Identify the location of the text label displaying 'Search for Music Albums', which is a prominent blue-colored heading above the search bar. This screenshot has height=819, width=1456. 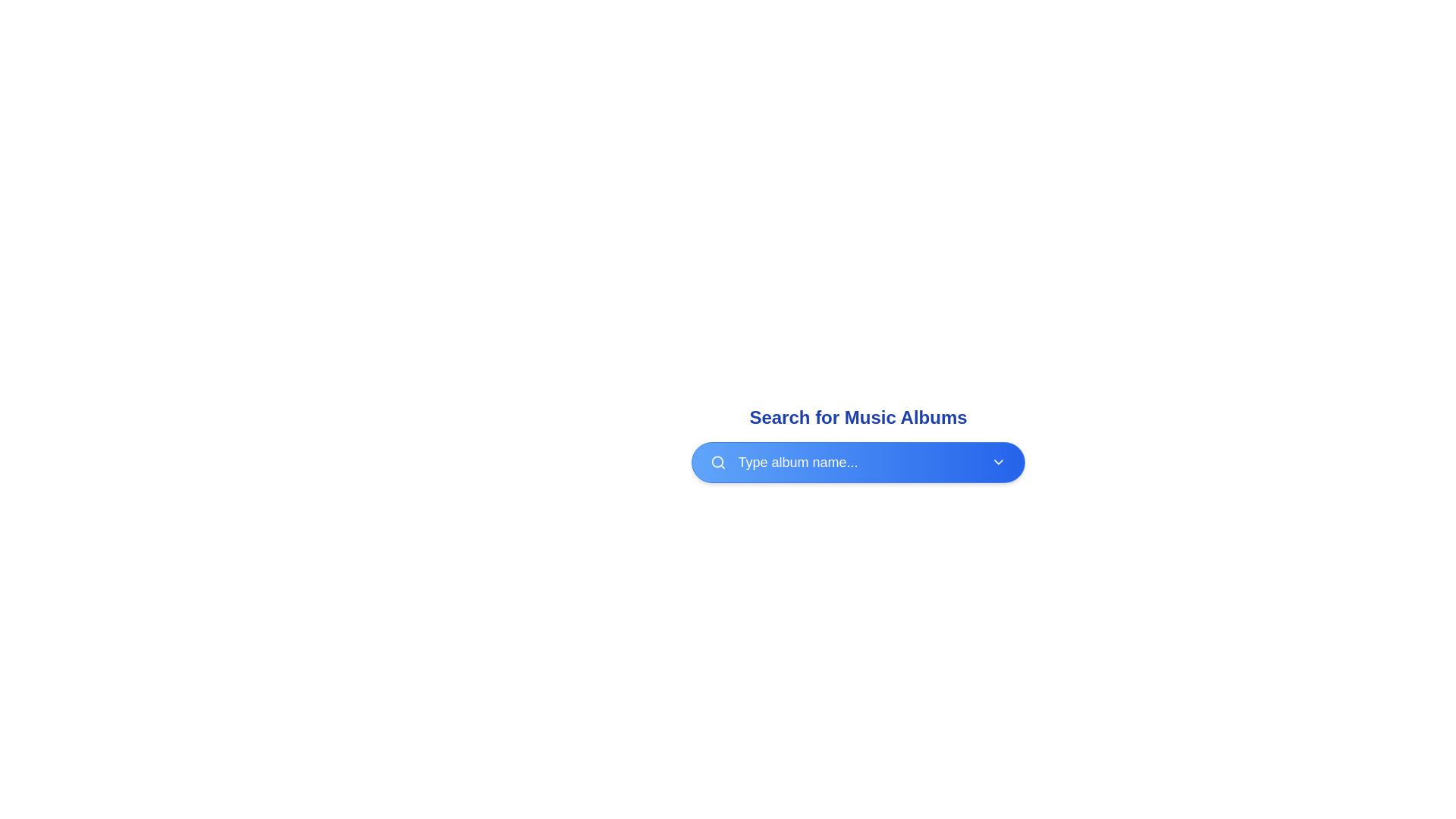
(858, 418).